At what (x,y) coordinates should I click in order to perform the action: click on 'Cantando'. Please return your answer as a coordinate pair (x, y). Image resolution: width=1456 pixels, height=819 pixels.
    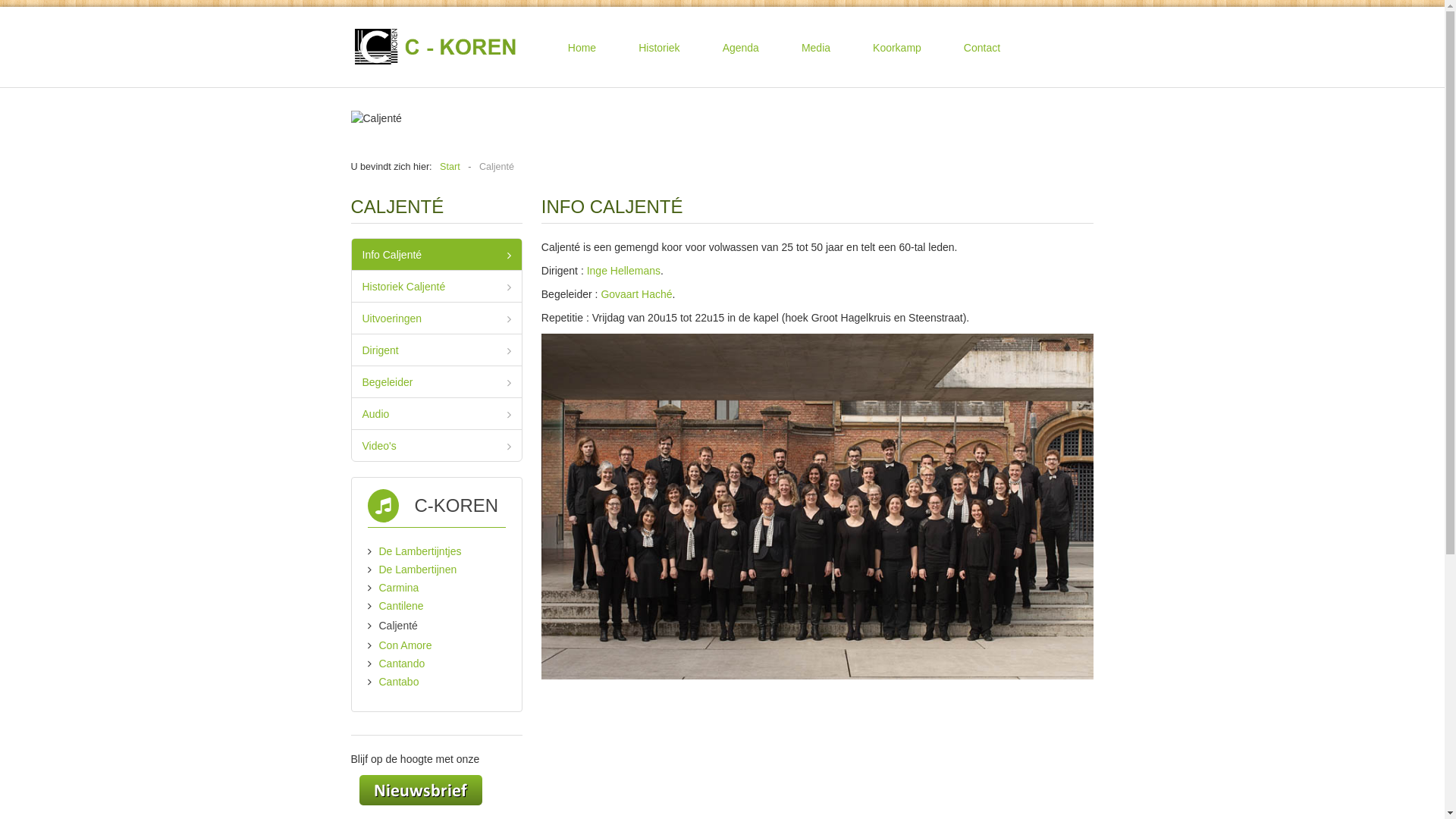
    Looking at the image, I should click on (402, 663).